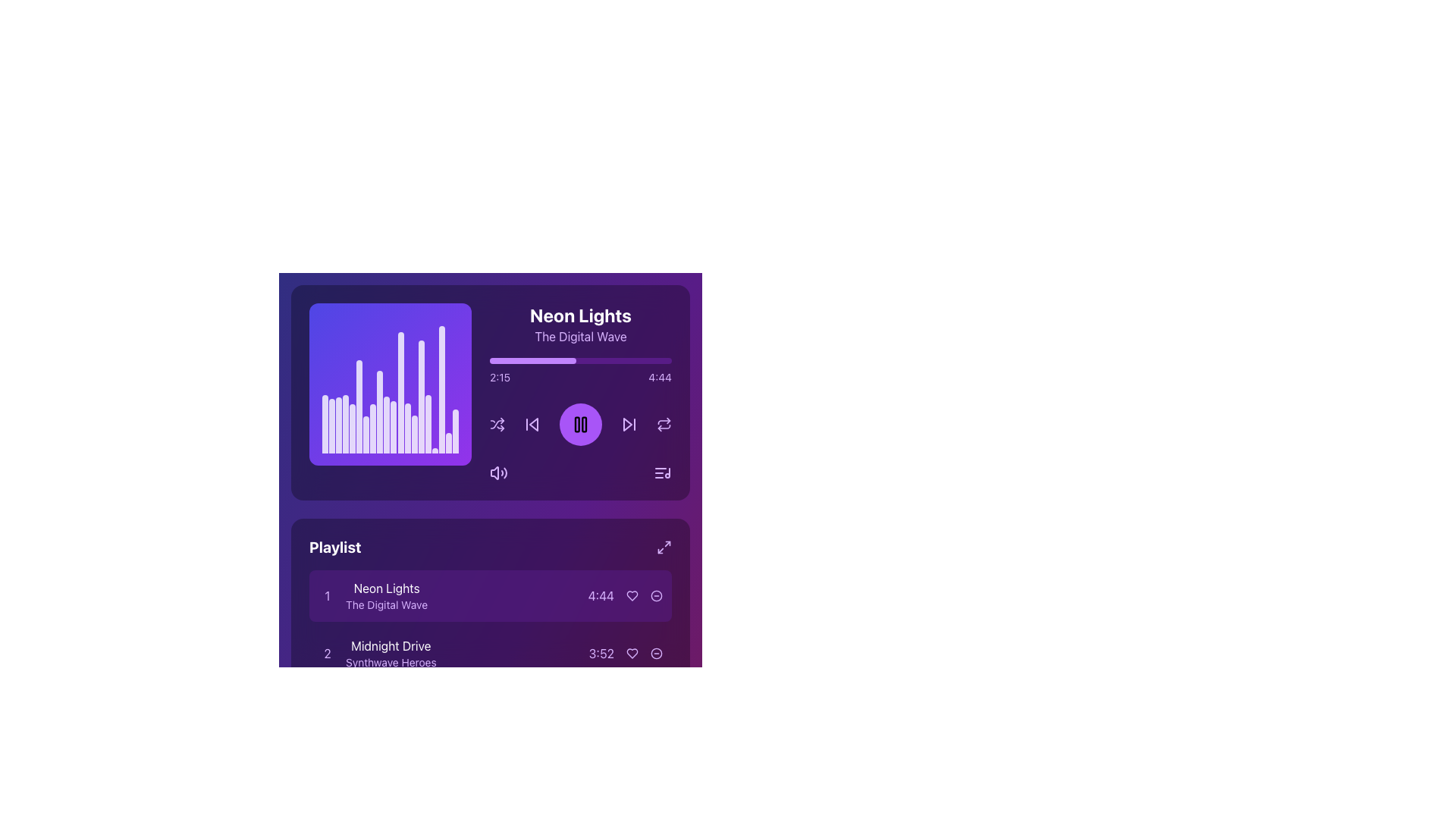 The image size is (1456, 819). What do you see at coordinates (373, 428) in the screenshot?
I see `the eighth vertical bar of the bar graph component, which is styled with a rounded top and slightly transparent white color, part of an audio visualizer interface` at bounding box center [373, 428].